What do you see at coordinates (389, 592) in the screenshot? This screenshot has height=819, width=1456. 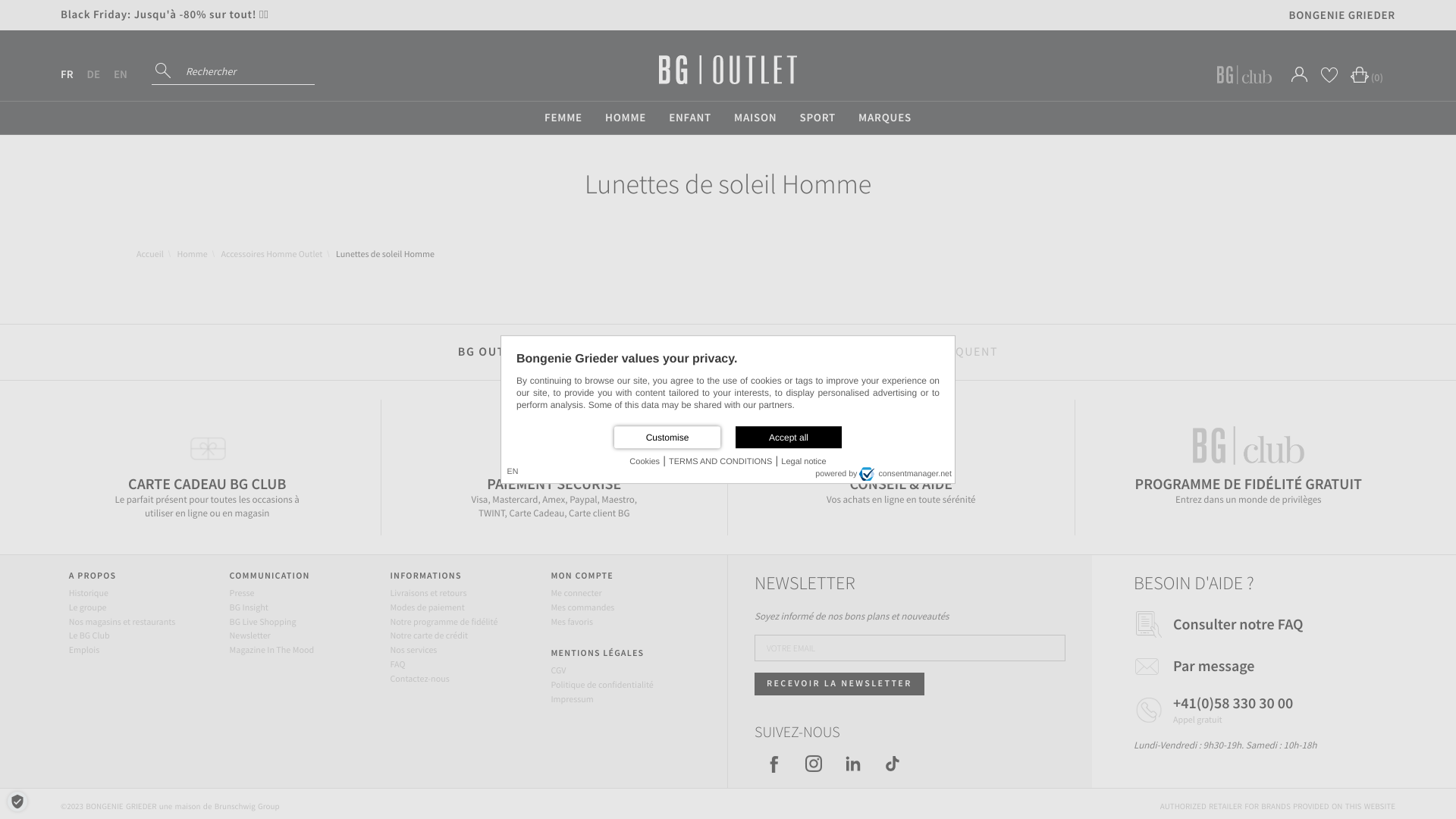 I see `'Livraisons et retours'` at bounding box center [389, 592].